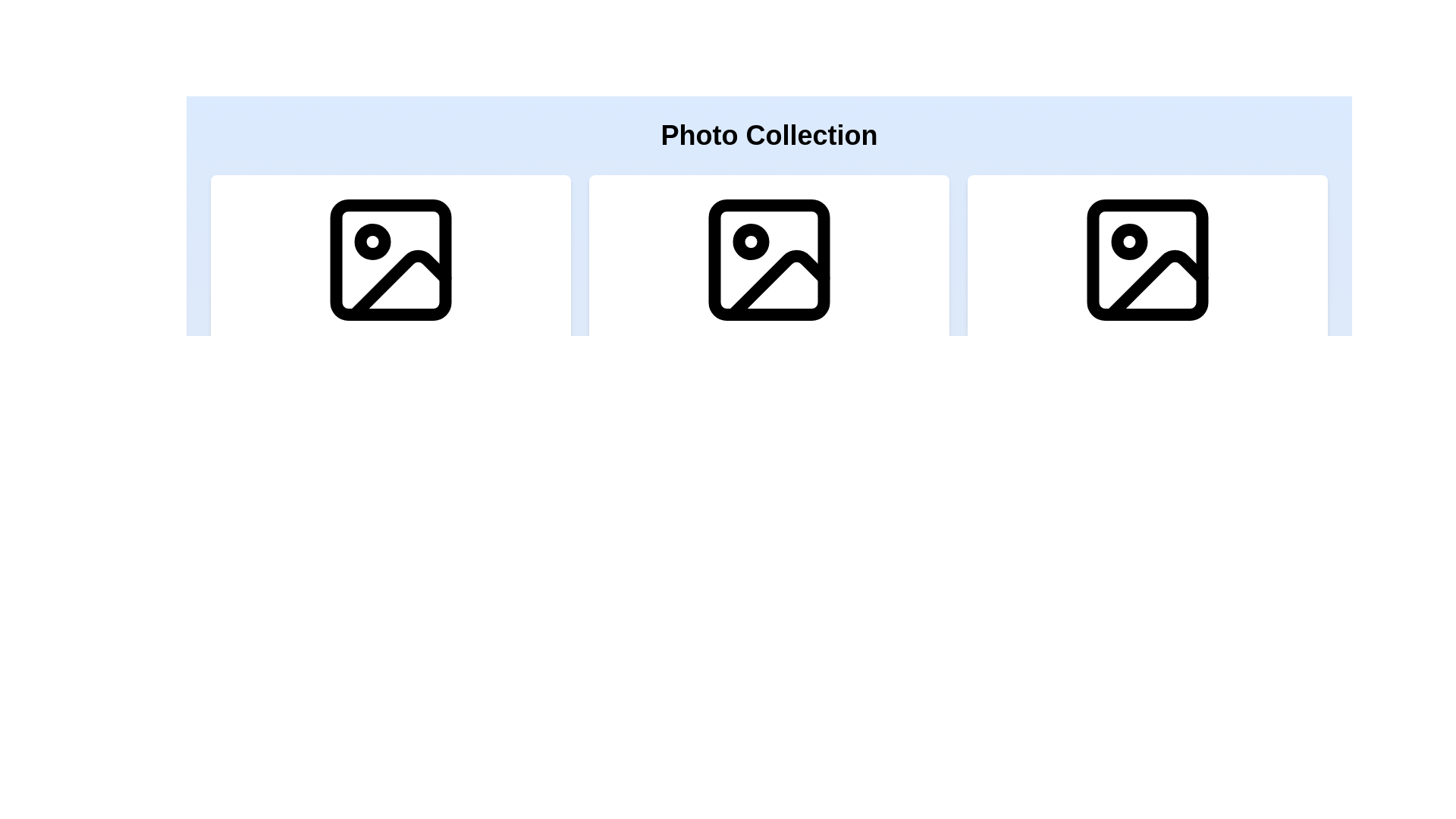 The width and height of the screenshot is (1456, 819). I want to click on the main rectangular portion of the third thumbnail in the 'Photo Collection' section, which serves as a graphical representation of an image or photo, so click(1147, 259).